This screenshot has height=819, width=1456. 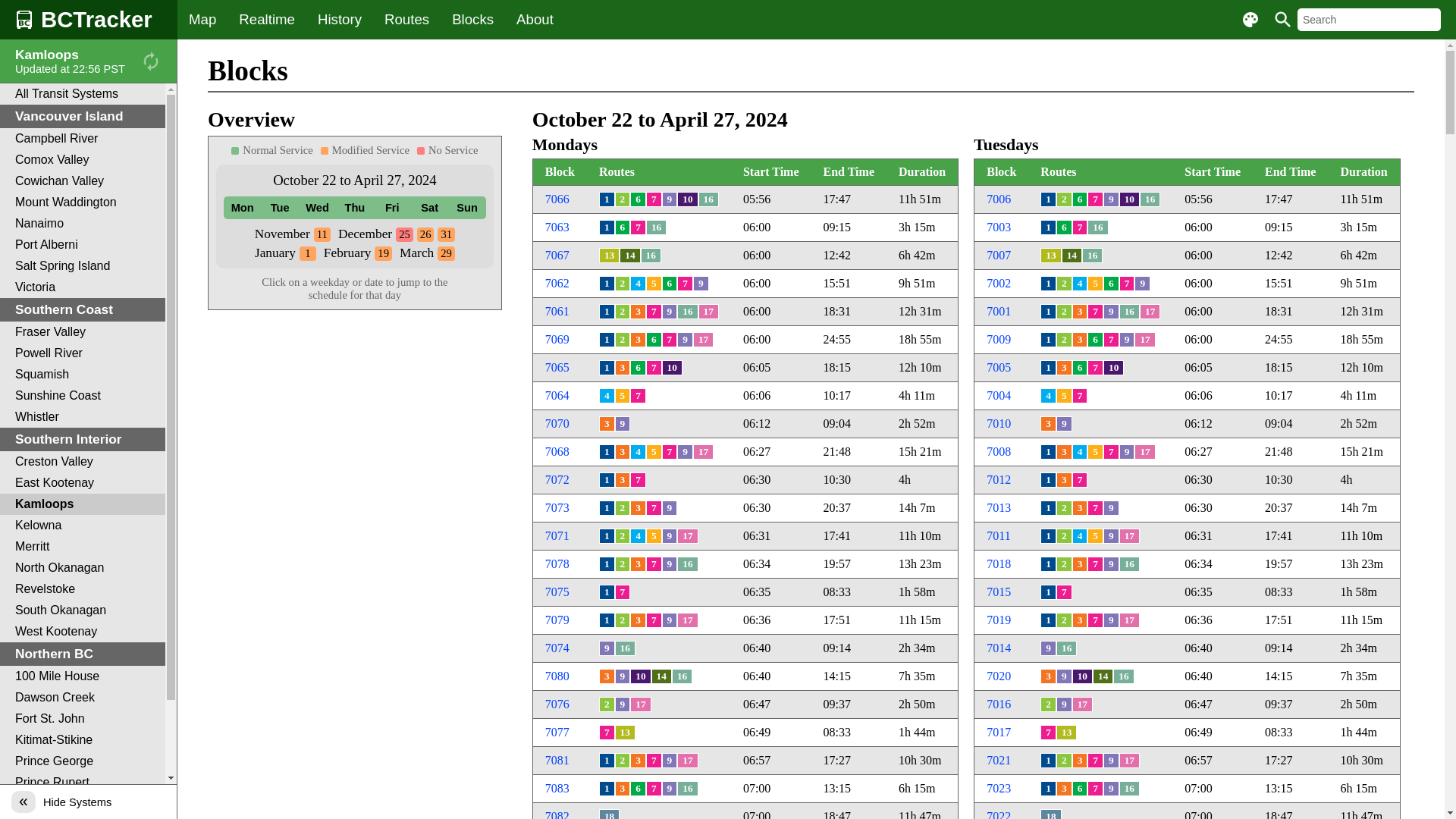 I want to click on '7001', so click(x=998, y=310).